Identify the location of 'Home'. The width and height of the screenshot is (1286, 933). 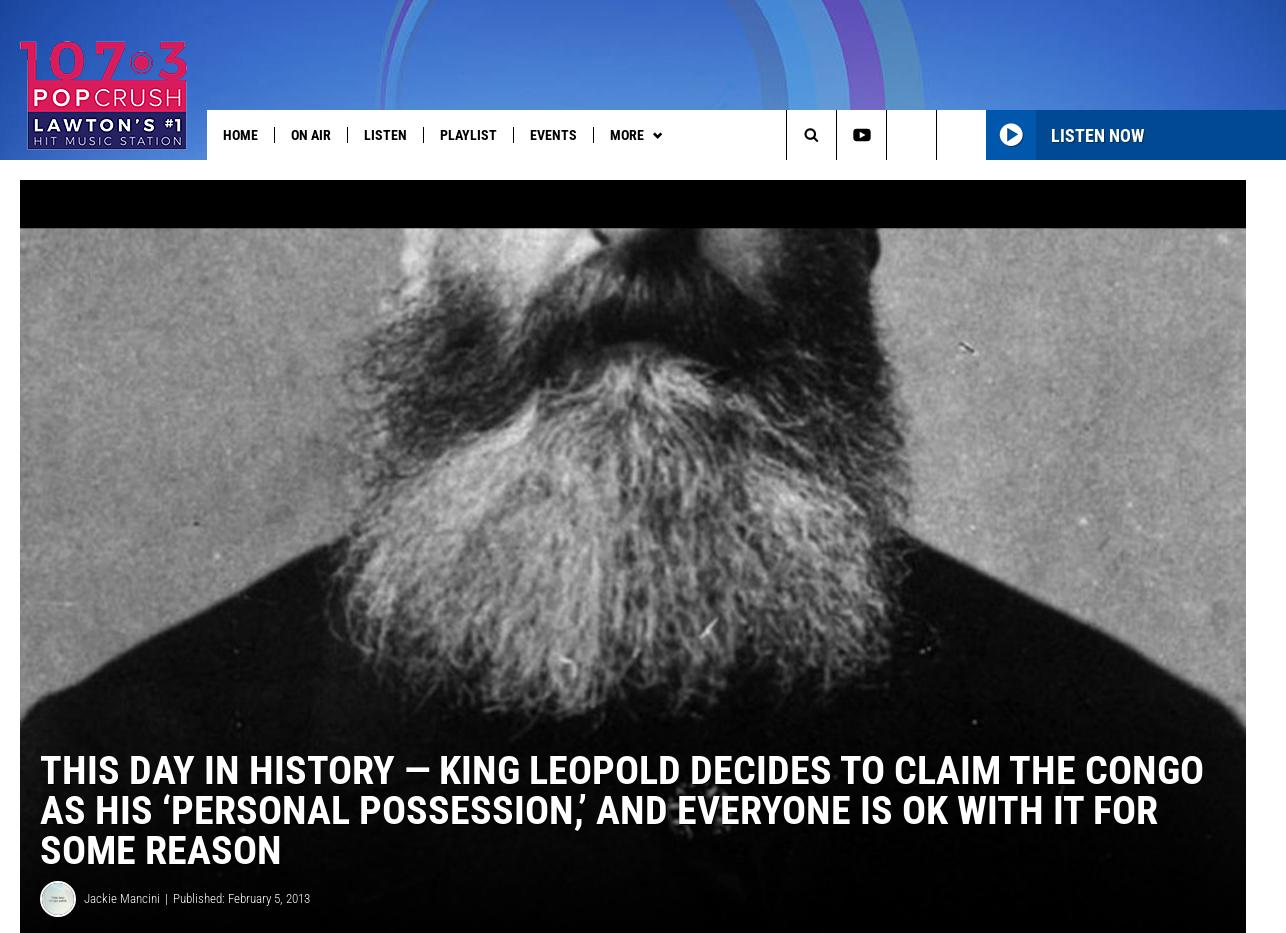
(222, 134).